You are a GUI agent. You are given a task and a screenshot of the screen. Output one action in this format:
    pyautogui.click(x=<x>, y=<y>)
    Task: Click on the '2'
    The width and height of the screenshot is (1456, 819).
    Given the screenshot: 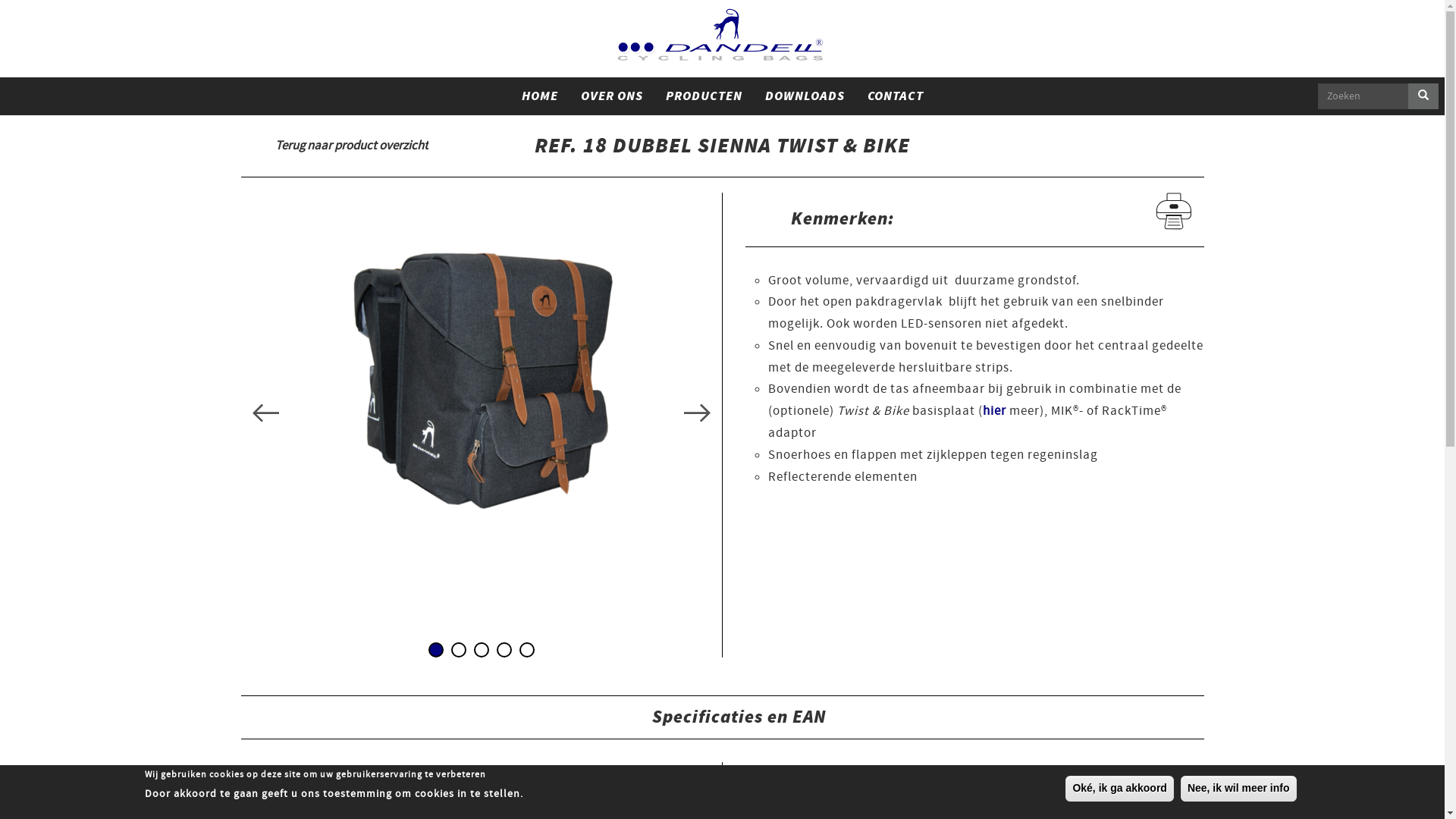 What is the action you would take?
    pyautogui.click(x=457, y=648)
    